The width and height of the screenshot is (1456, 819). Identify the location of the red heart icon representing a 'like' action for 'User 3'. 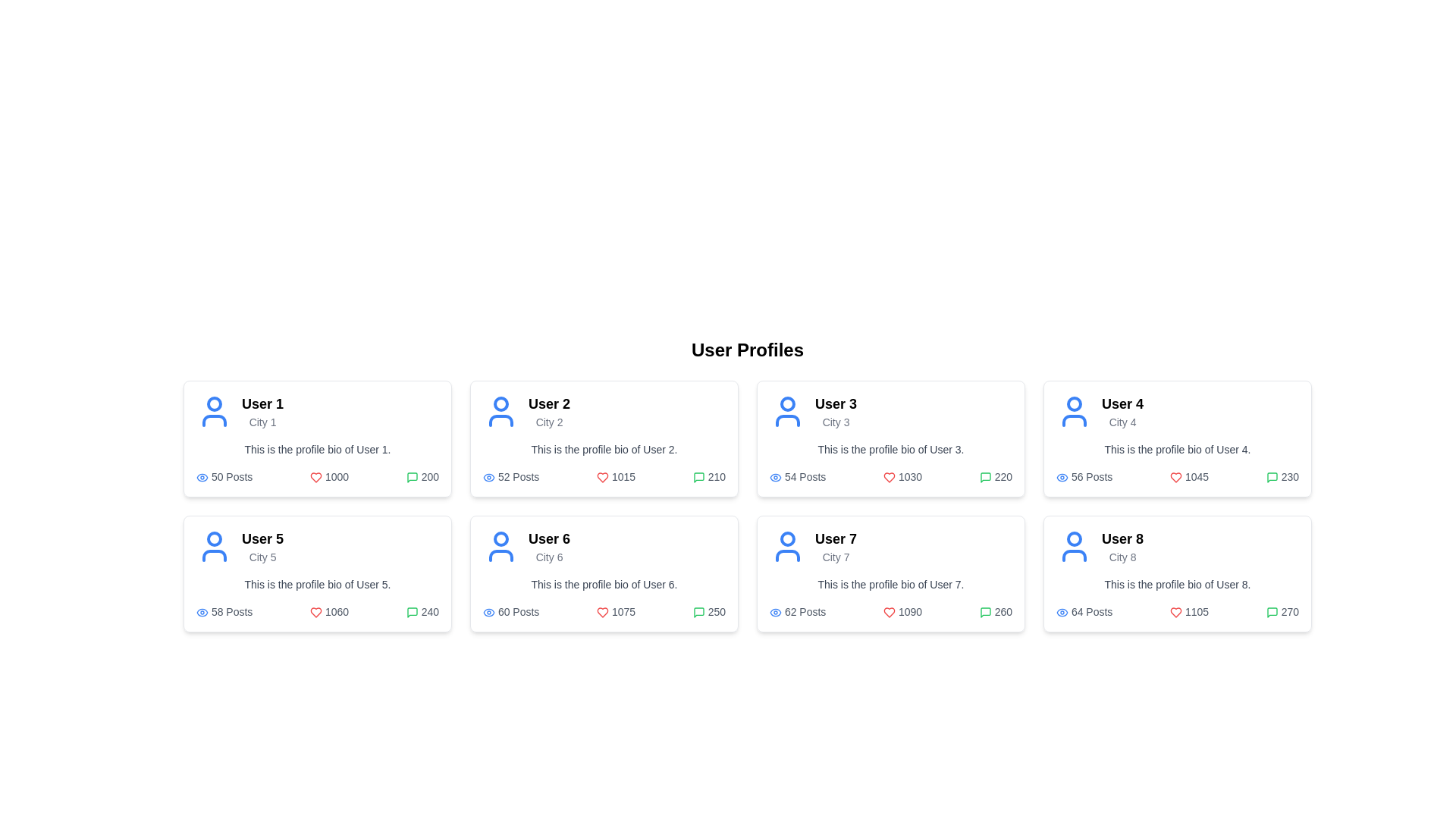
(890, 478).